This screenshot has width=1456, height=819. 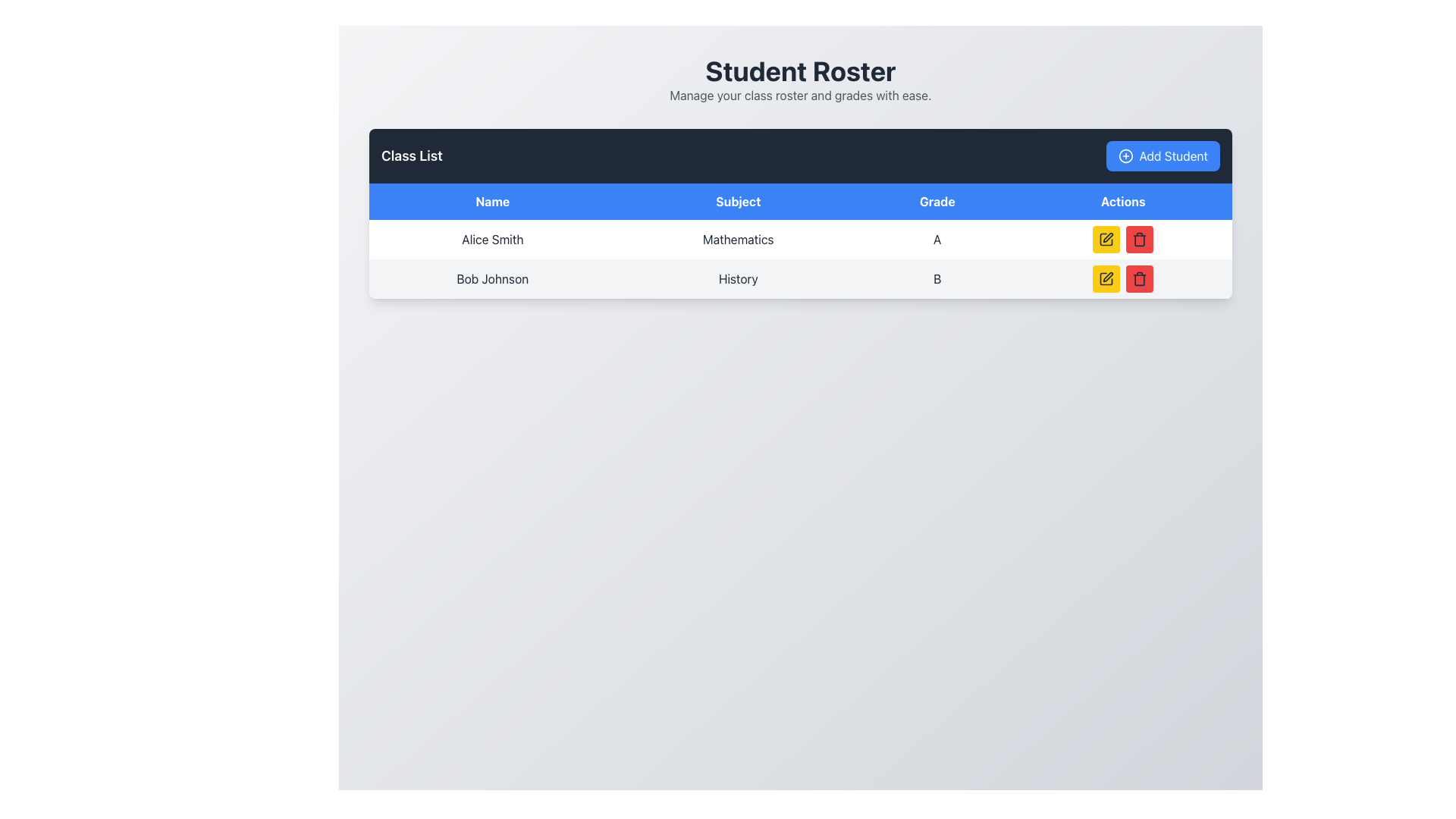 What do you see at coordinates (412, 155) in the screenshot?
I see `text from the 'Class List' label, which is a bold white text on a dark rectangular background located at the top-left of the section` at bounding box center [412, 155].